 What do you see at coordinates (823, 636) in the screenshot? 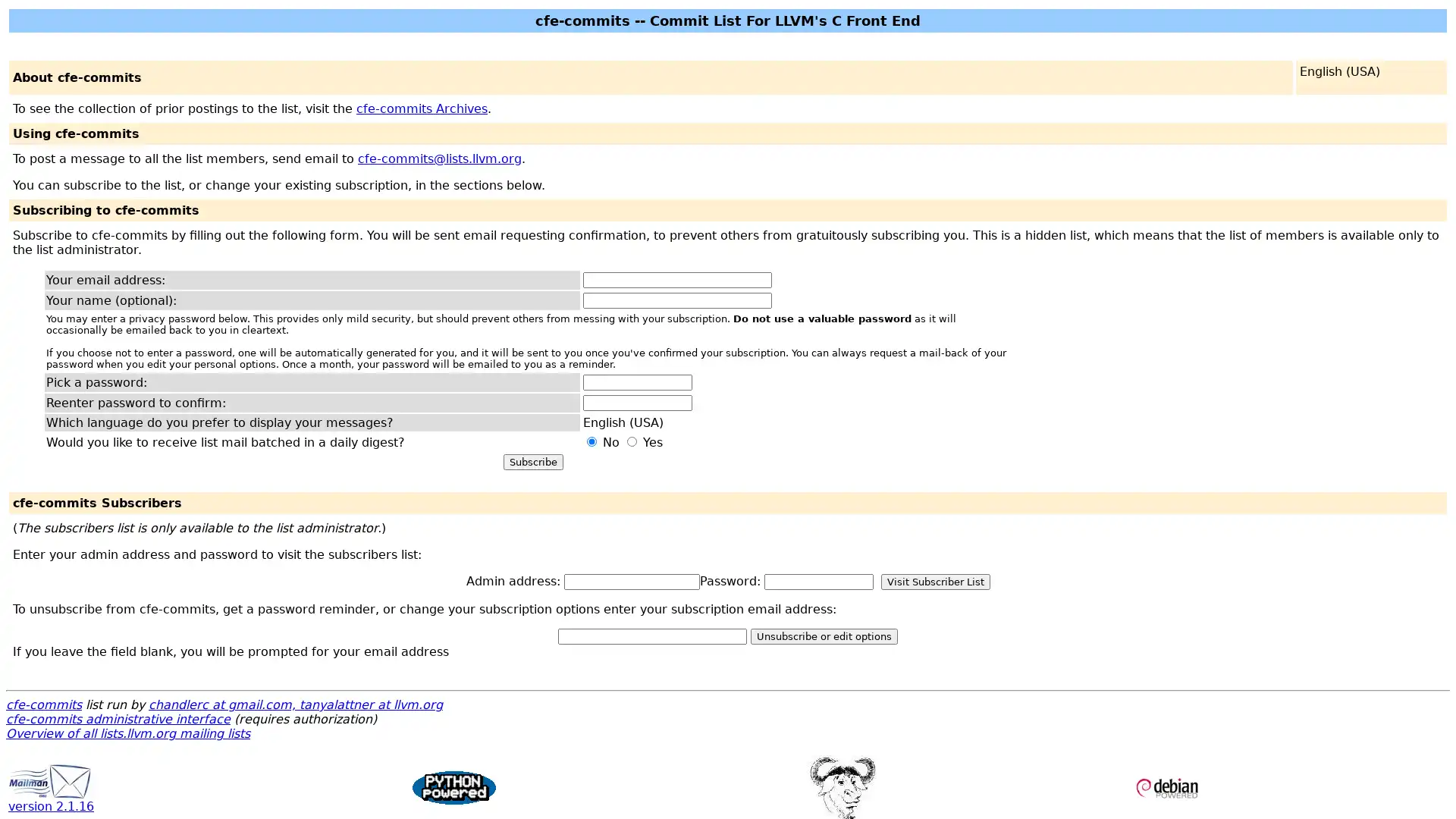
I see `Unsubscribe or edit options` at bounding box center [823, 636].